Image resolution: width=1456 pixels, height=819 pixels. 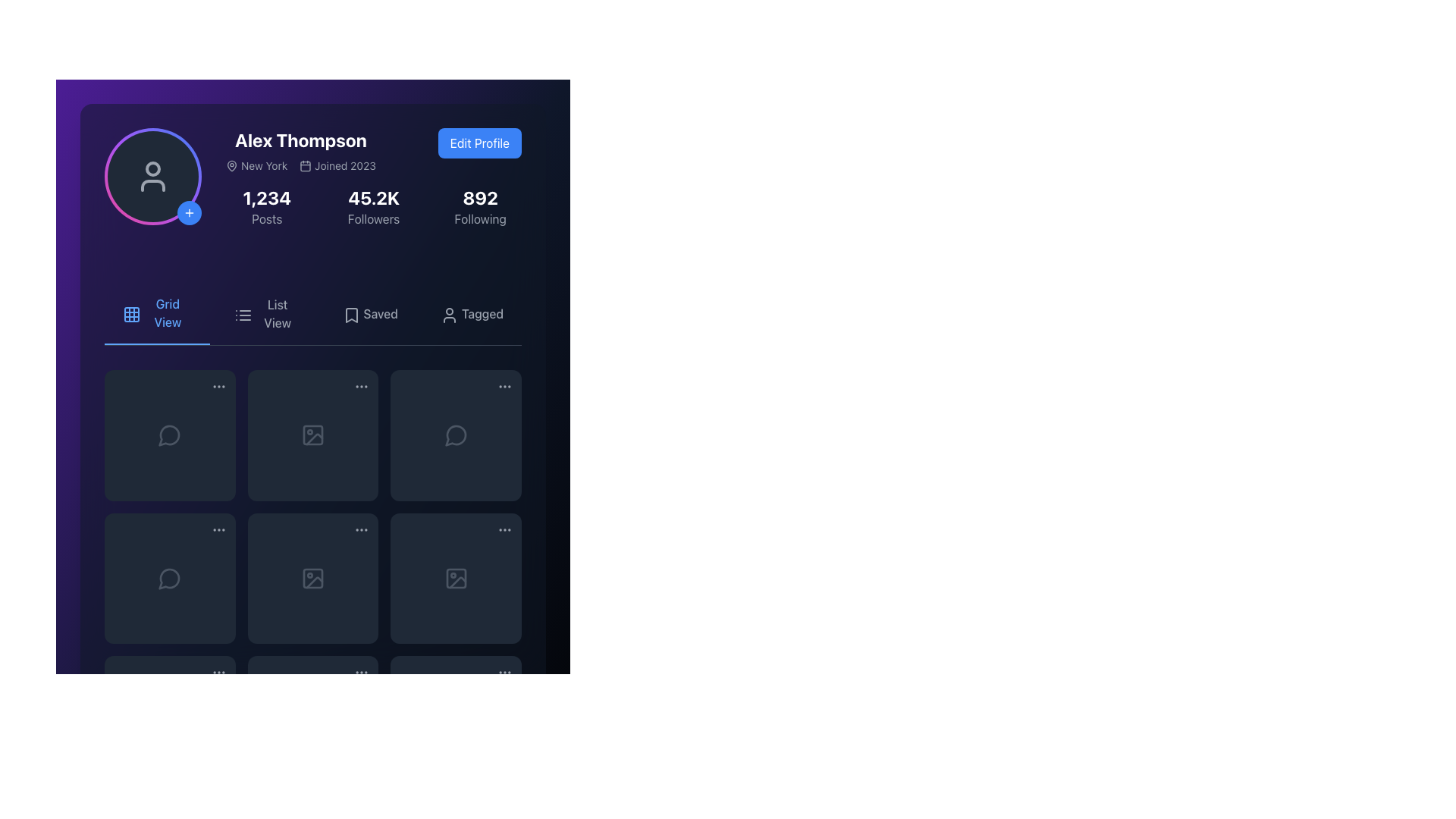 I want to click on the 'List View' button located in the horizontal navigation bar below the profile information section, which is the second option among four sibling items, so click(x=312, y=312).